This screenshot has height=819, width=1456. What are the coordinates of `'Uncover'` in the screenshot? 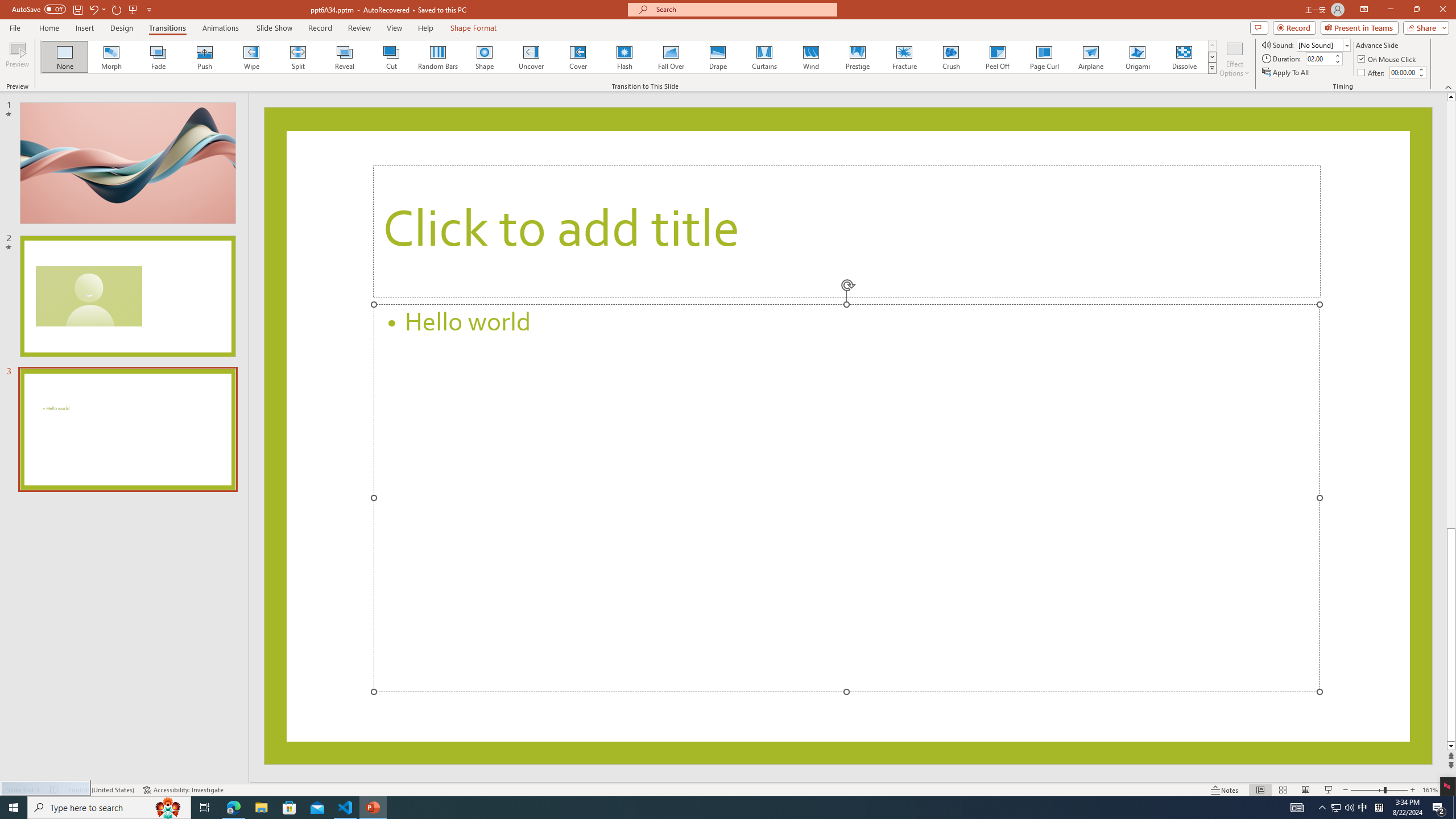 It's located at (531, 56).